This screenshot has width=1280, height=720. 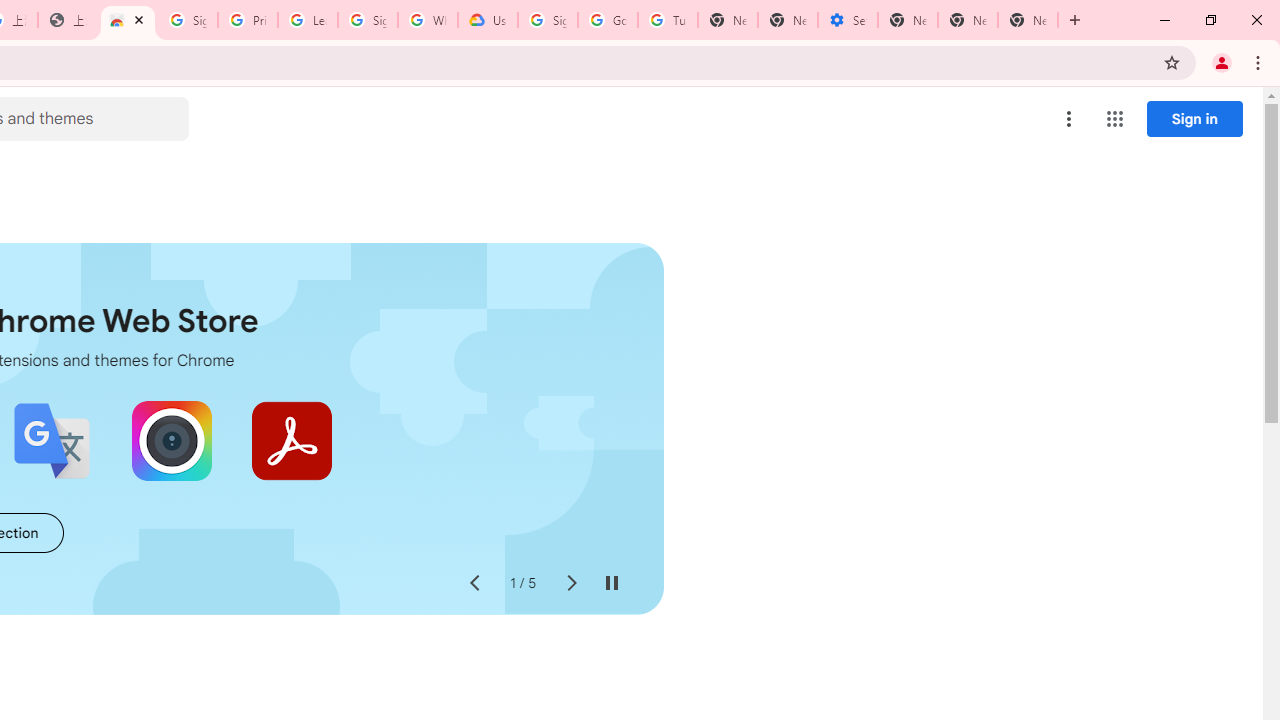 What do you see at coordinates (187, 20) in the screenshot?
I see `'Sign in - Google Accounts'` at bounding box center [187, 20].